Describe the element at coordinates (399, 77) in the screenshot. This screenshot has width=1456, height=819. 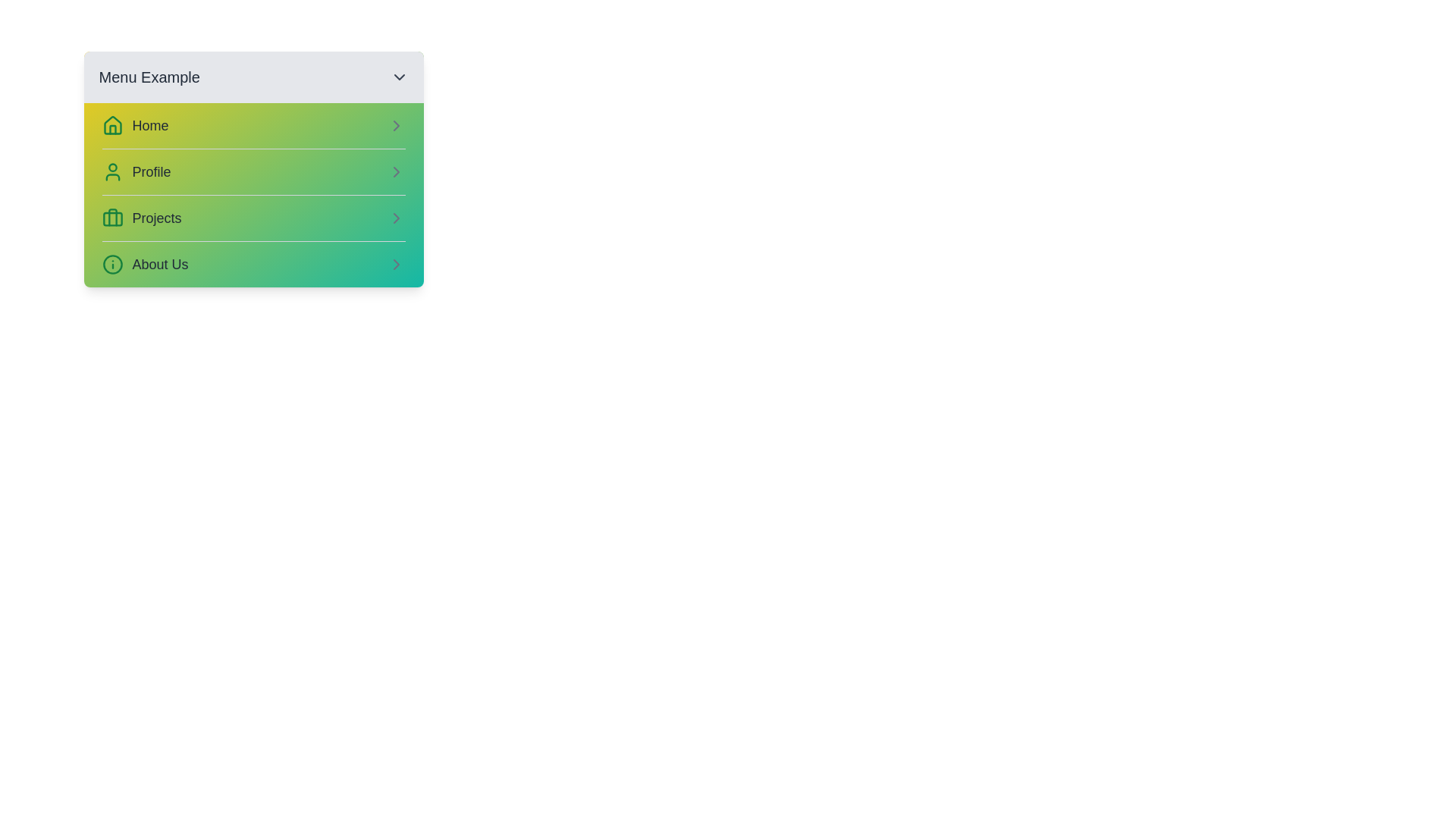
I see `the toggle button in the header of the menu to toggle its visibility` at that location.